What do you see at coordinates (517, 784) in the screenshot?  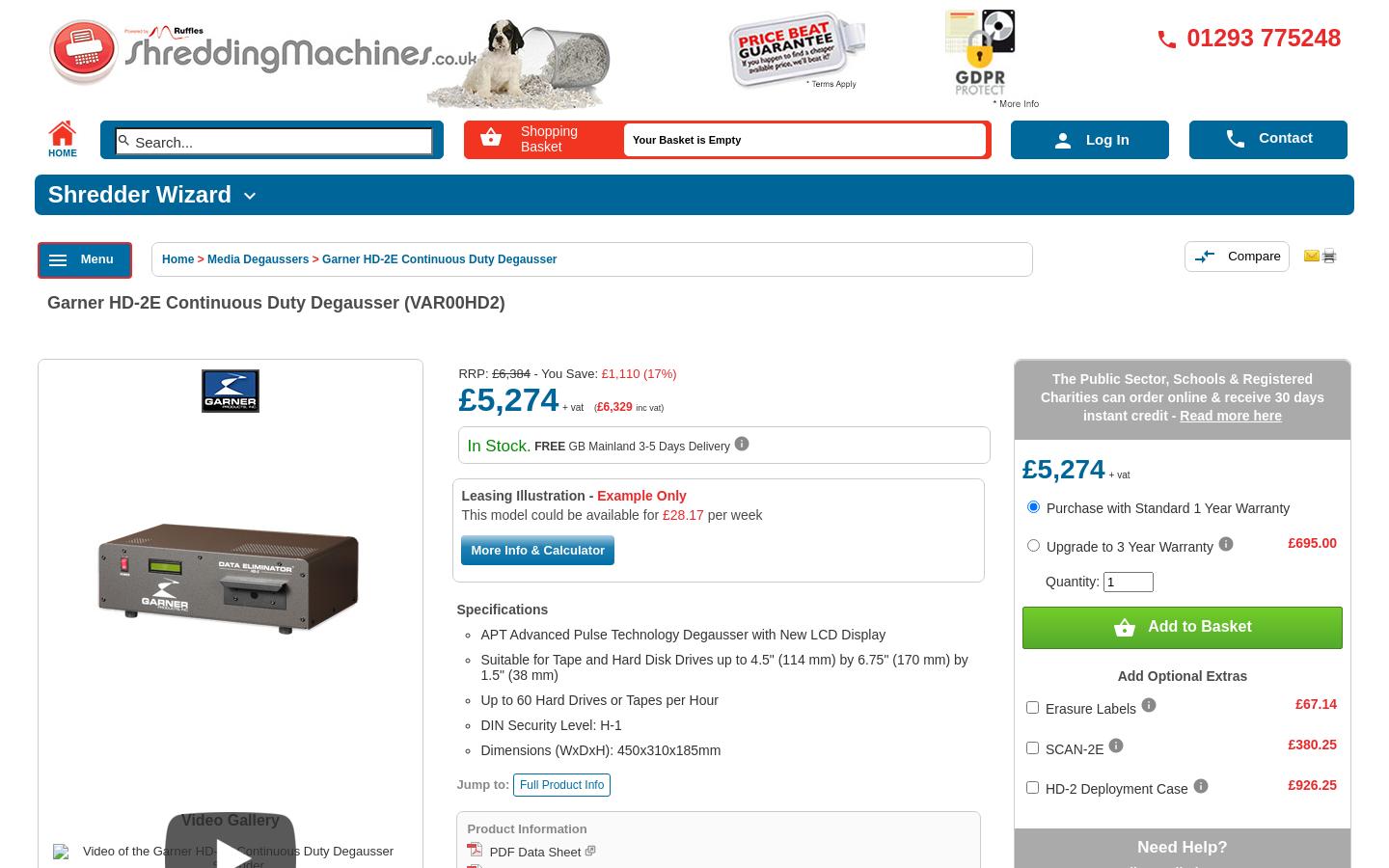 I see `'Full Product Info'` at bounding box center [517, 784].